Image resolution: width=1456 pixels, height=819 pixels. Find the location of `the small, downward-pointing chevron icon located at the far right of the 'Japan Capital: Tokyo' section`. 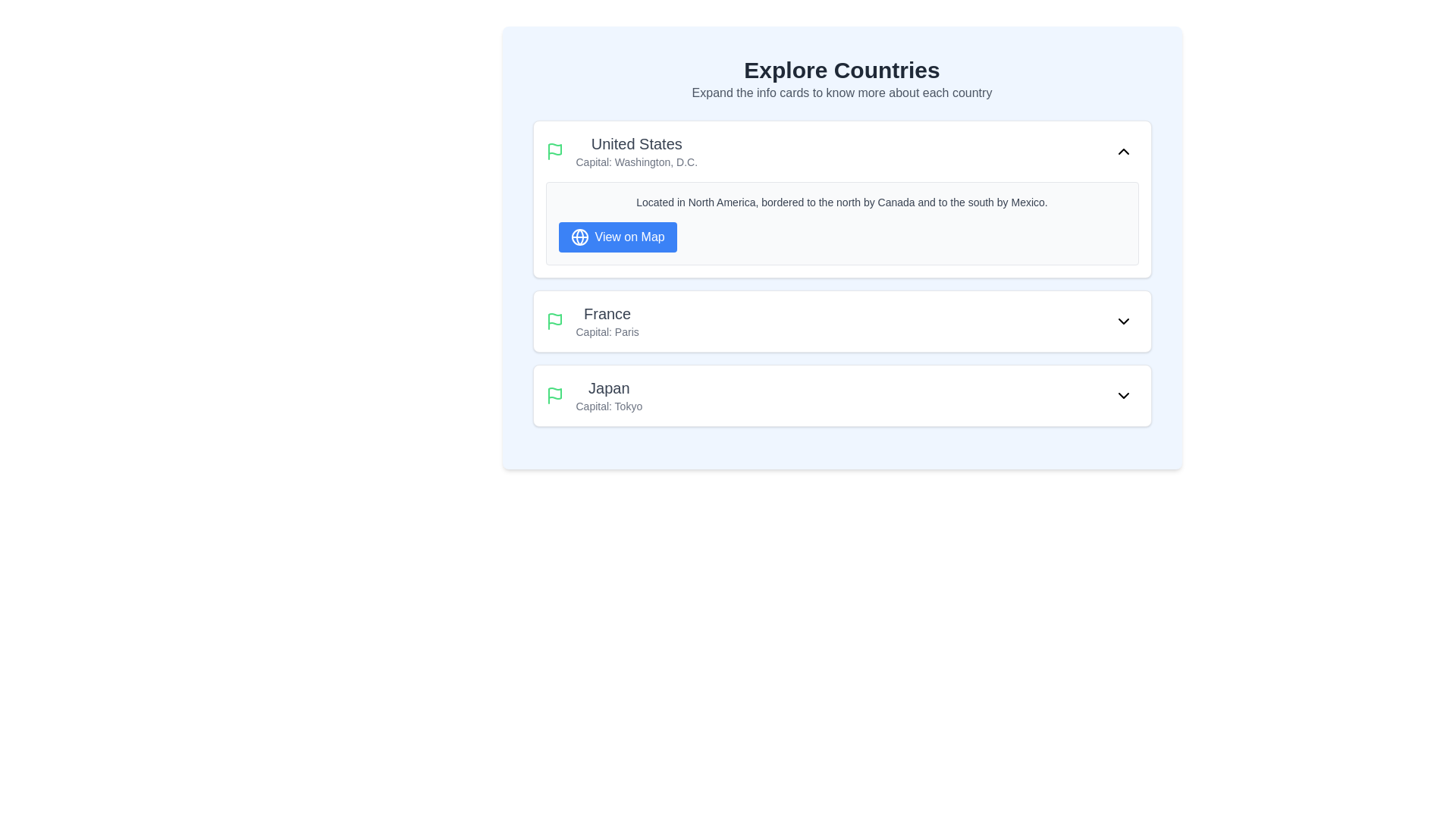

the small, downward-pointing chevron icon located at the far right of the 'Japan Capital: Tokyo' section is located at coordinates (1123, 394).